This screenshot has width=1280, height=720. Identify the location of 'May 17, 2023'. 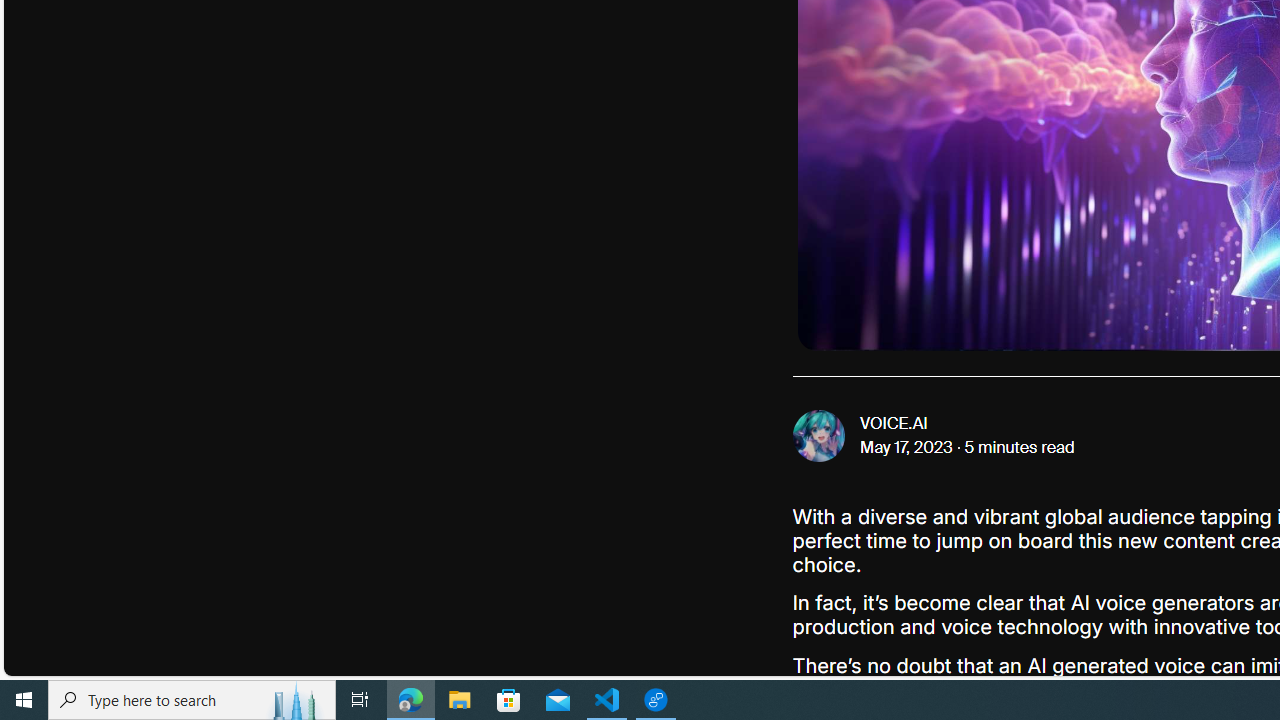
(906, 447).